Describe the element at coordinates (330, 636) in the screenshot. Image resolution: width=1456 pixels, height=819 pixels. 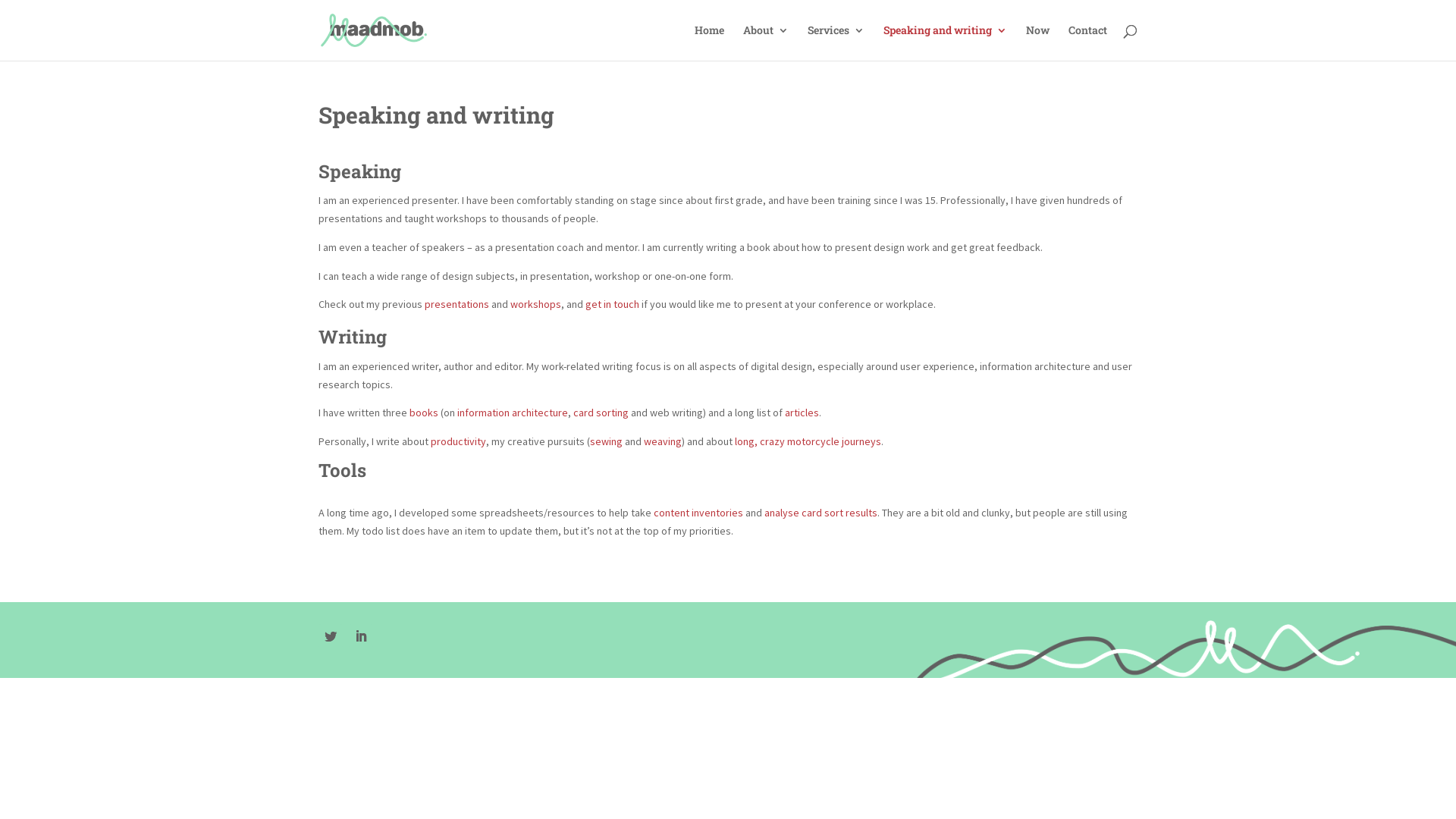
I see `'Follow on Twitter'` at that location.